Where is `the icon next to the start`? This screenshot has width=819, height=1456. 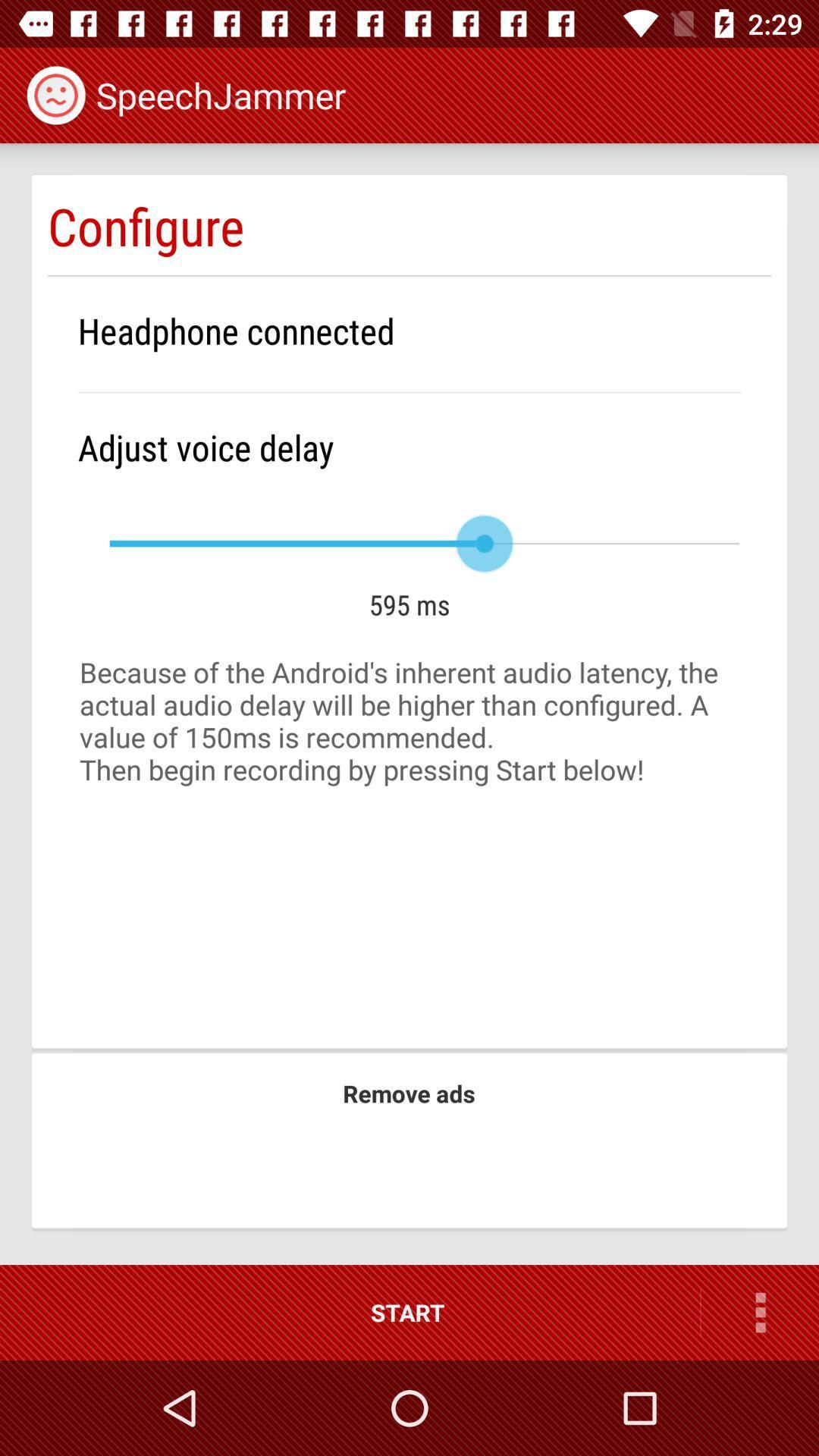 the icon next to the start is located at coordinates (760, 1312).